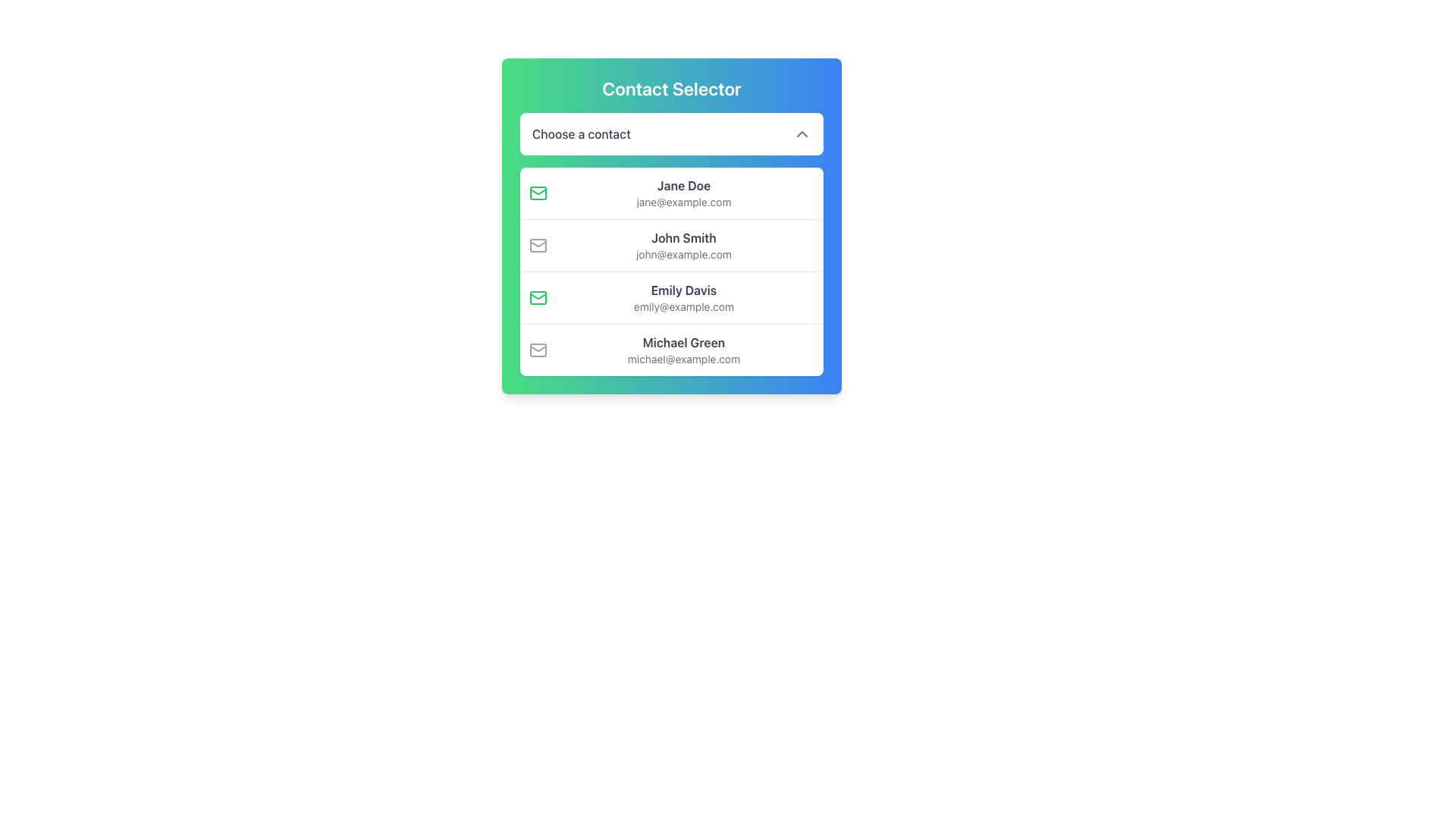 This screenshot has height=819, width=1456. I want to click on the text display labeled 'jane@example.com', which is styled in a smaller font and lighter gray color, positioned directly below 'Jane Doe' in the contact selector interface, so click(683, 201).